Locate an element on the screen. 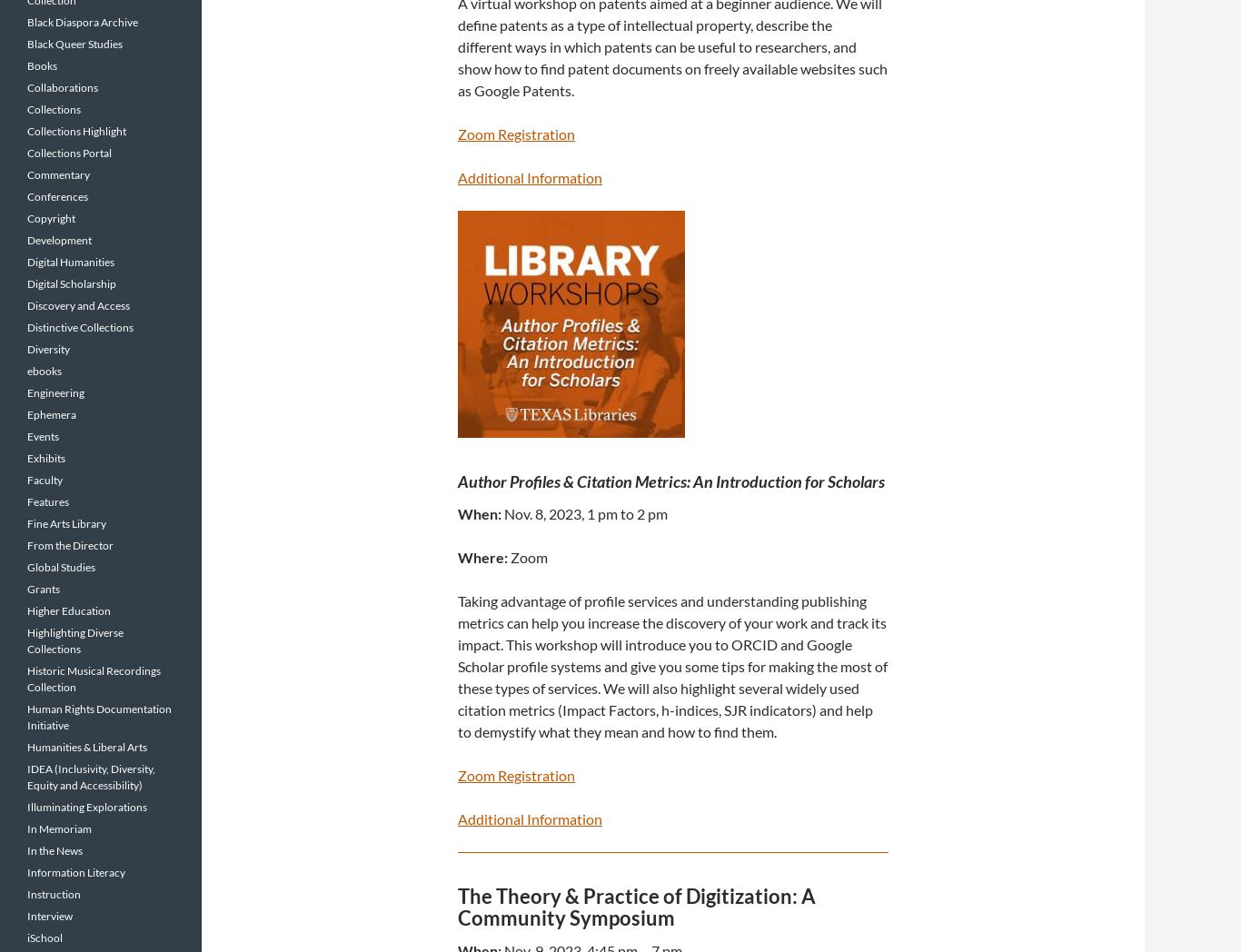 Image resolution: width=1241 pixels, height=952 pixels. 'Higher Education' is located at coordinates (68, 610).